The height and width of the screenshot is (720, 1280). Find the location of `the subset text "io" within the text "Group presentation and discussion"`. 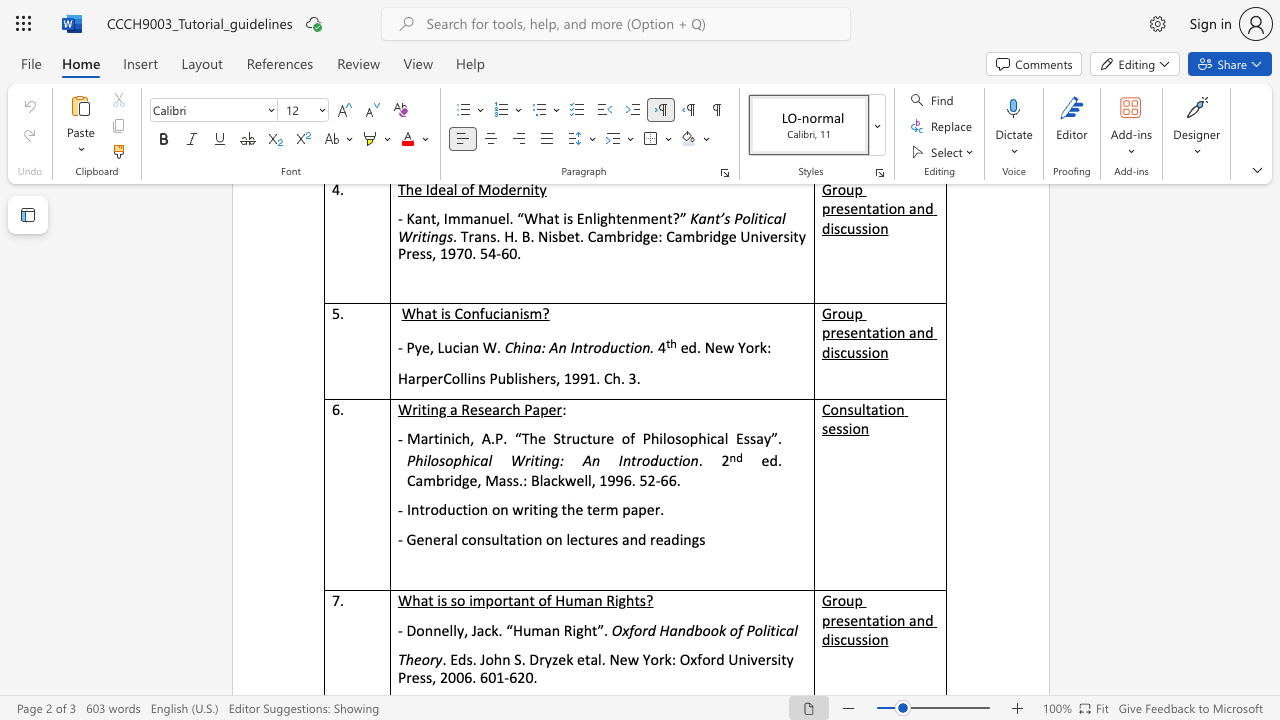

the subset text "io" within the text "Group presentation and discussion" is located at coordinates (867, 639).